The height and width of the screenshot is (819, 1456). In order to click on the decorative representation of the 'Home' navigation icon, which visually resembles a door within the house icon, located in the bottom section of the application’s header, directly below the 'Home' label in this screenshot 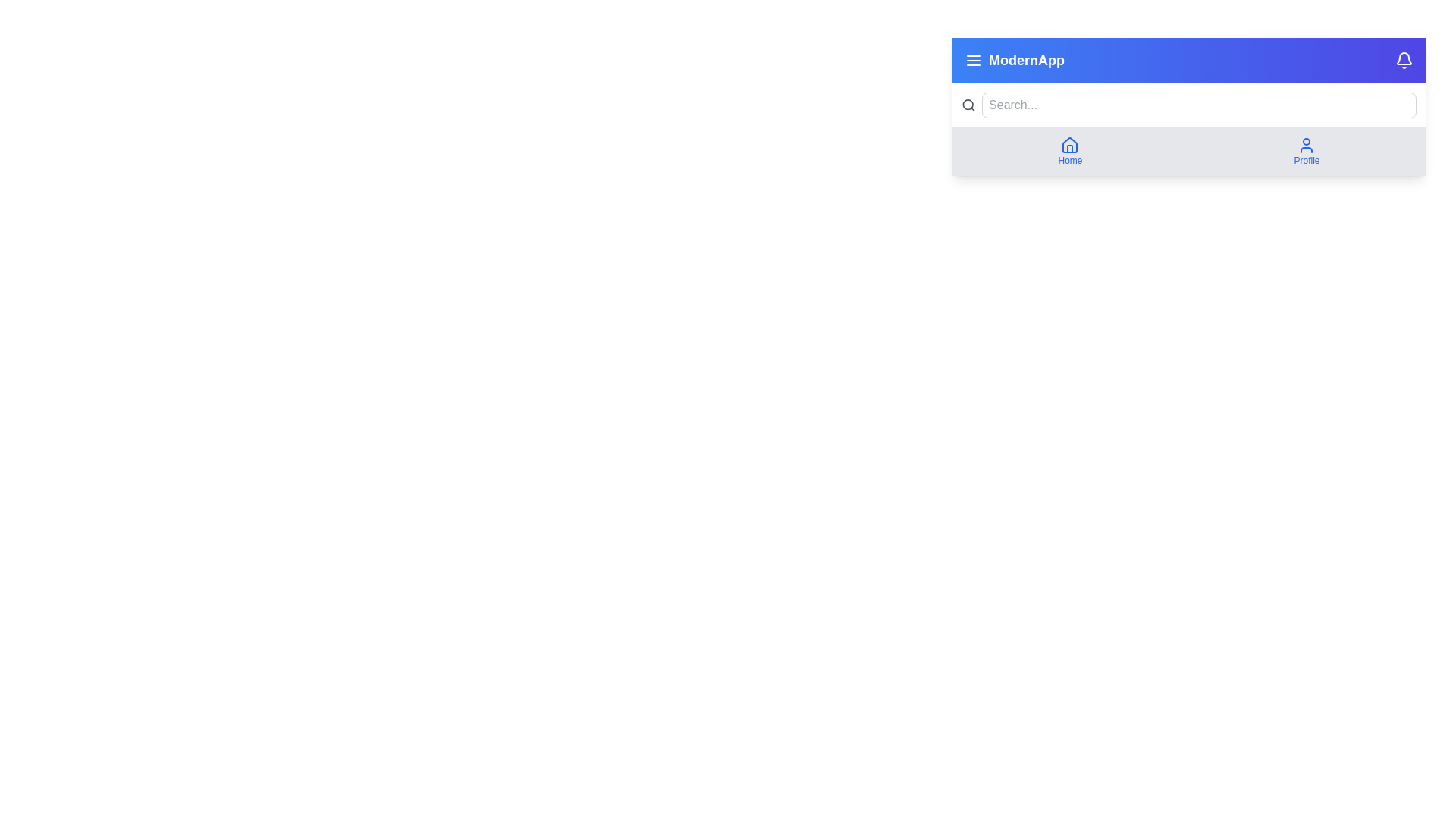, I will do `click(1069, 149)`.